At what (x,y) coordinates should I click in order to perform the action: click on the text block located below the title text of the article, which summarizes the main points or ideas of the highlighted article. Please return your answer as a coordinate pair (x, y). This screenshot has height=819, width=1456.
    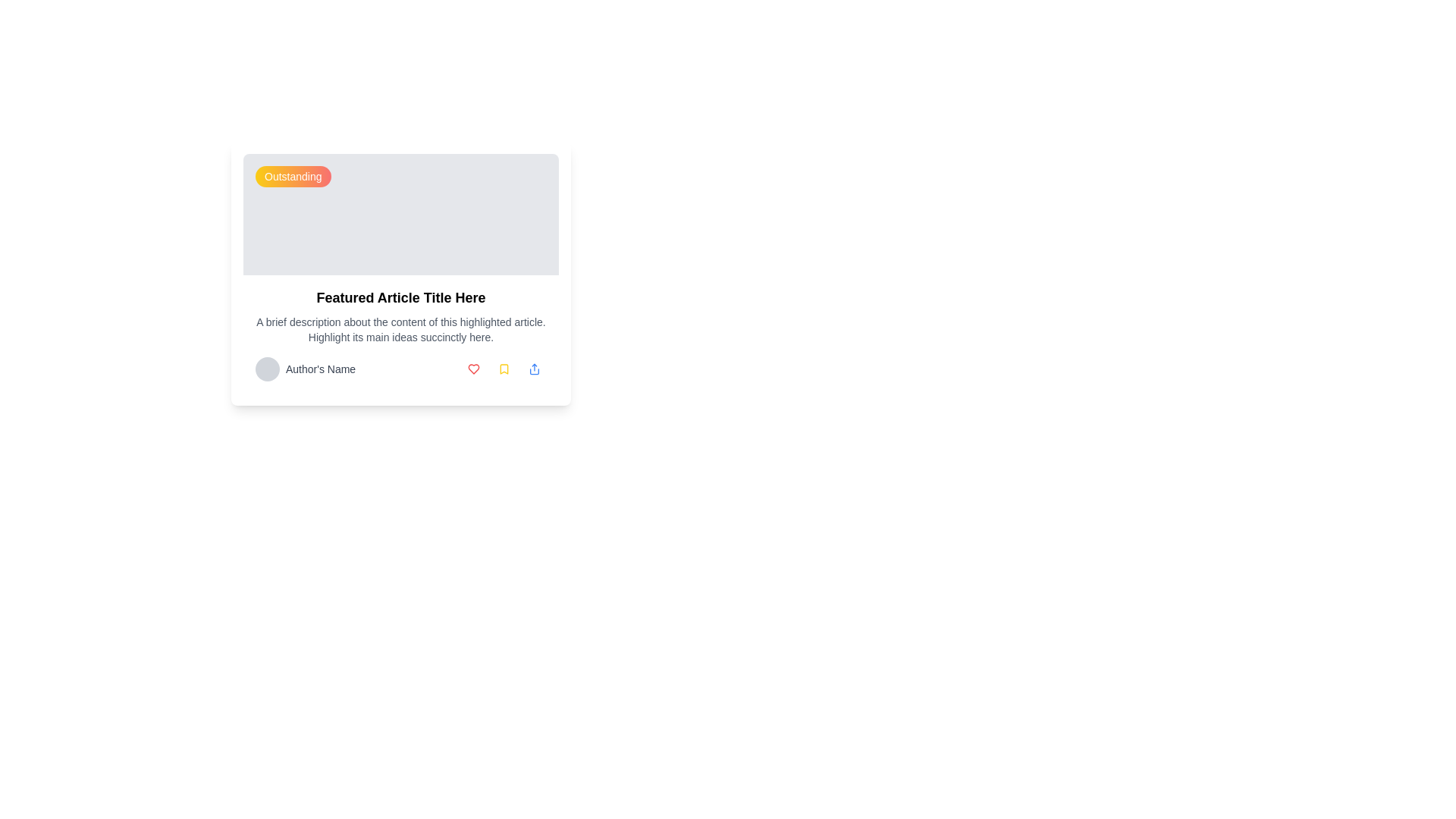
    Looking at the image, I should click on (400, 329).